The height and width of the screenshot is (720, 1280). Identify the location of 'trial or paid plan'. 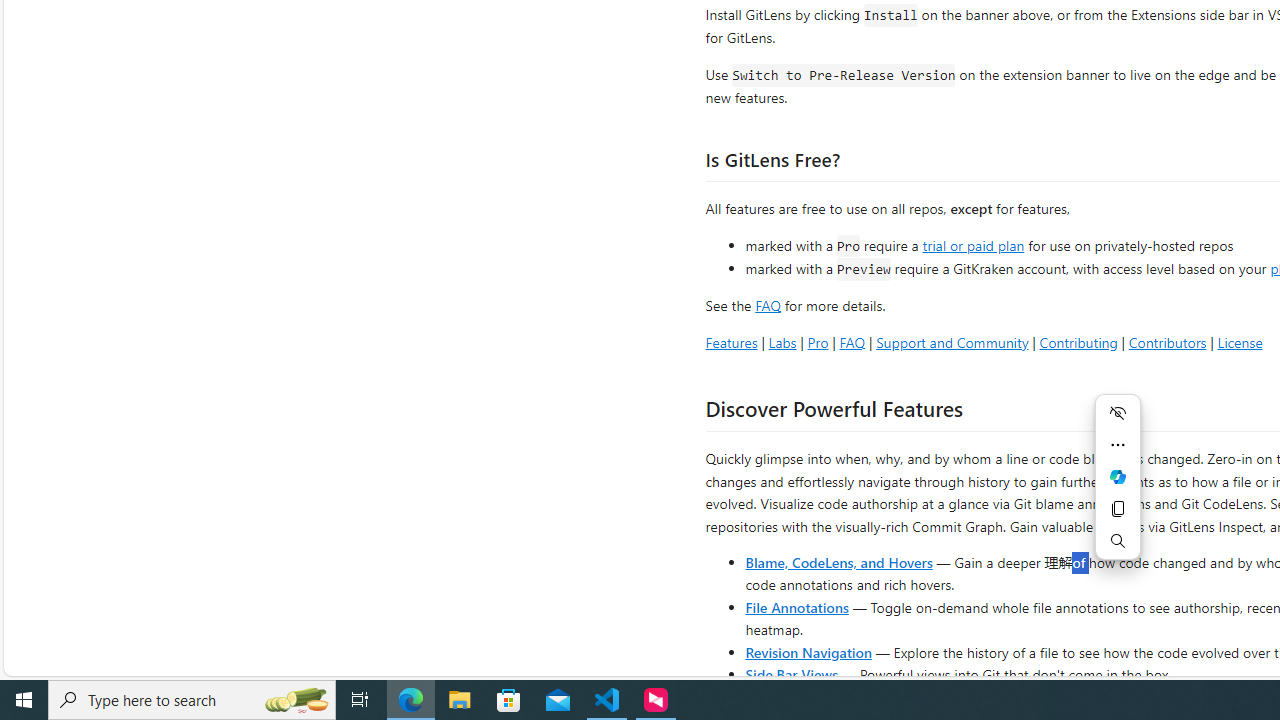
(973, 243).